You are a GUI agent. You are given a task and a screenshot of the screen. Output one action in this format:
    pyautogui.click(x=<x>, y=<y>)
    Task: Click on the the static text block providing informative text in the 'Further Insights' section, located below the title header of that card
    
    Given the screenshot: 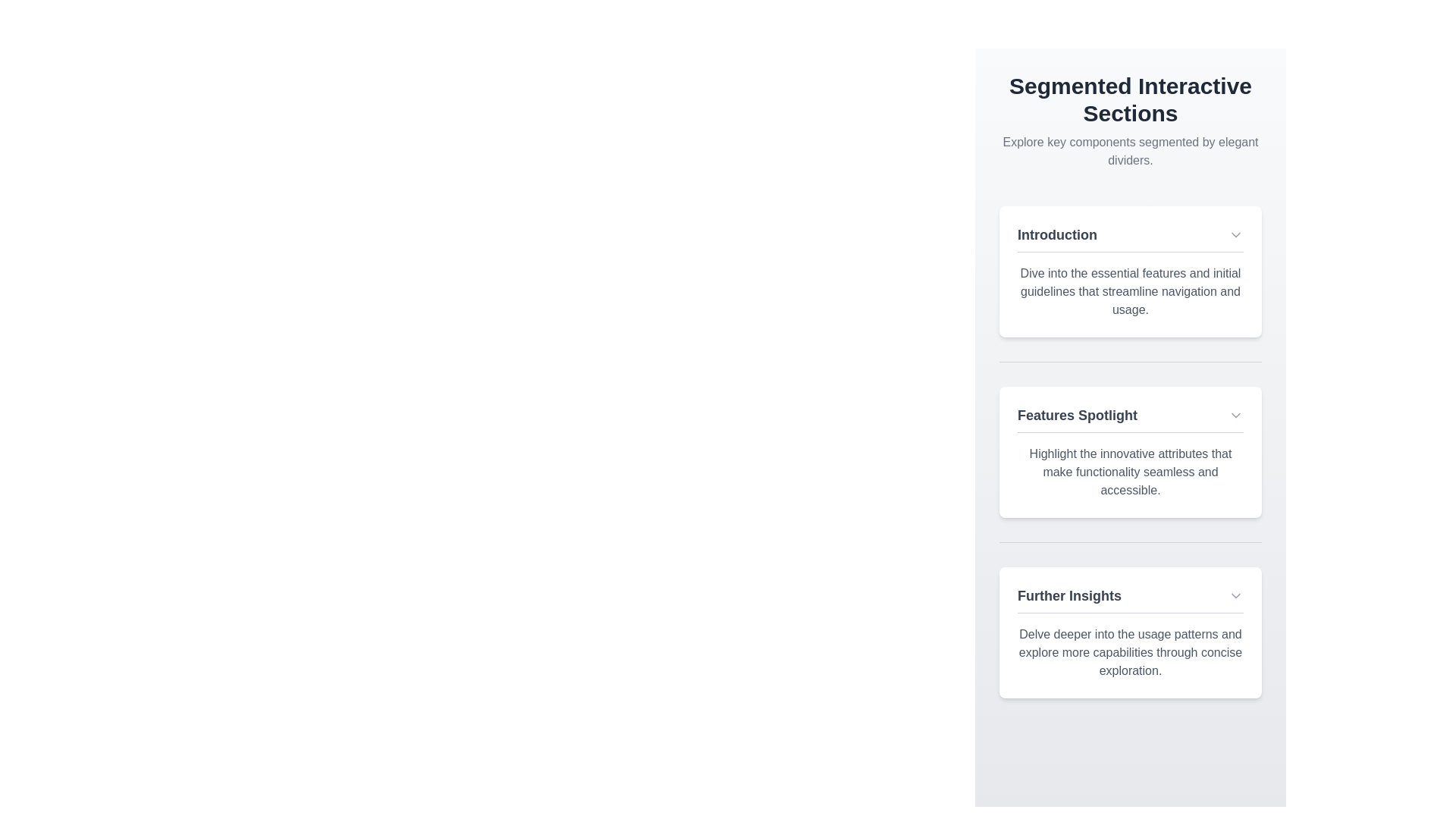 What is the action you would take?
    pyautogui.click(x=1131, y=651)
    